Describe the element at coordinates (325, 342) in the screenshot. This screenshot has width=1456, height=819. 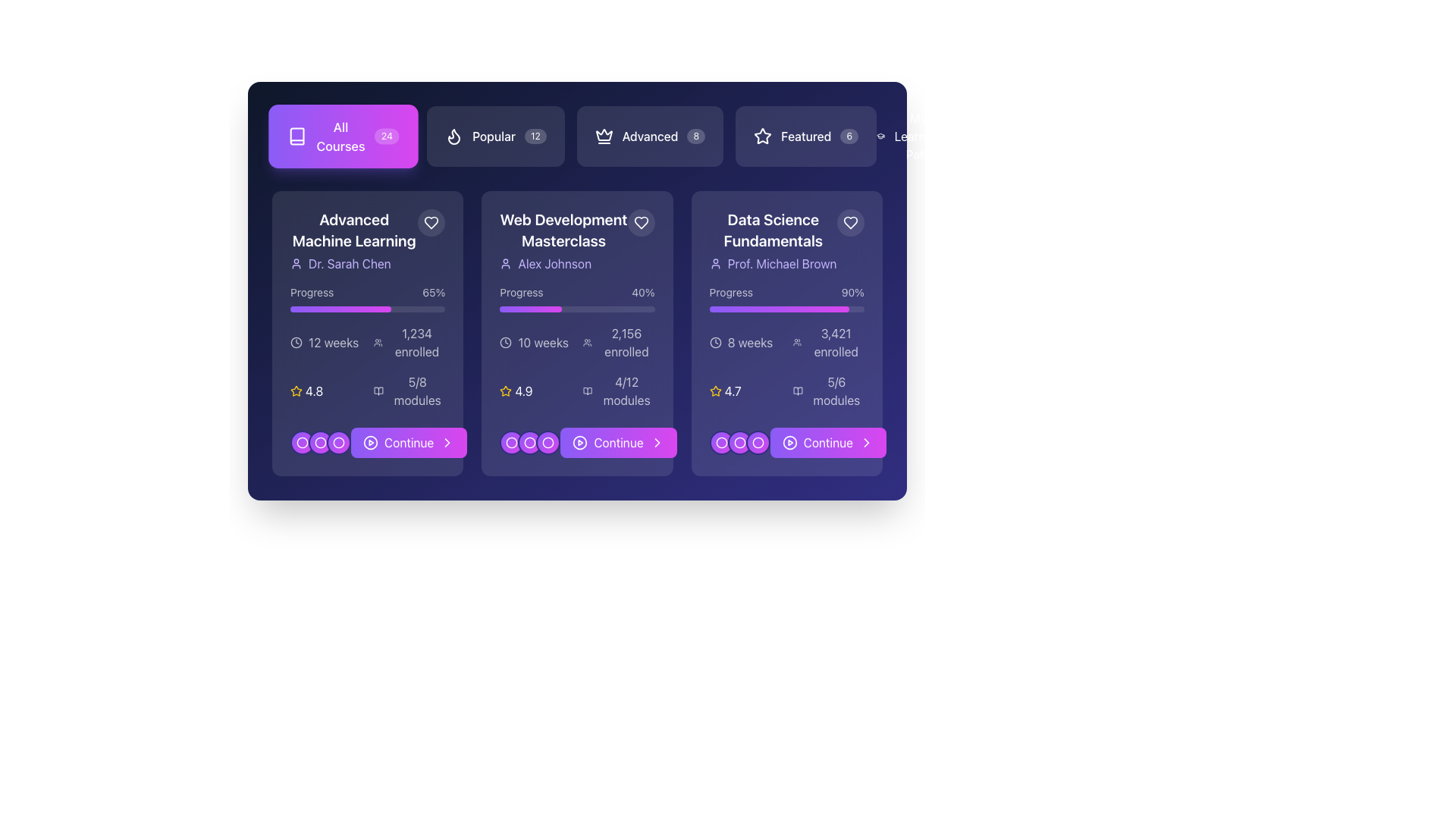
I see `the descriptive label indicating the duration of the associated course in the 'Advanced Machine Learning' section of the leftmost card` at that location.